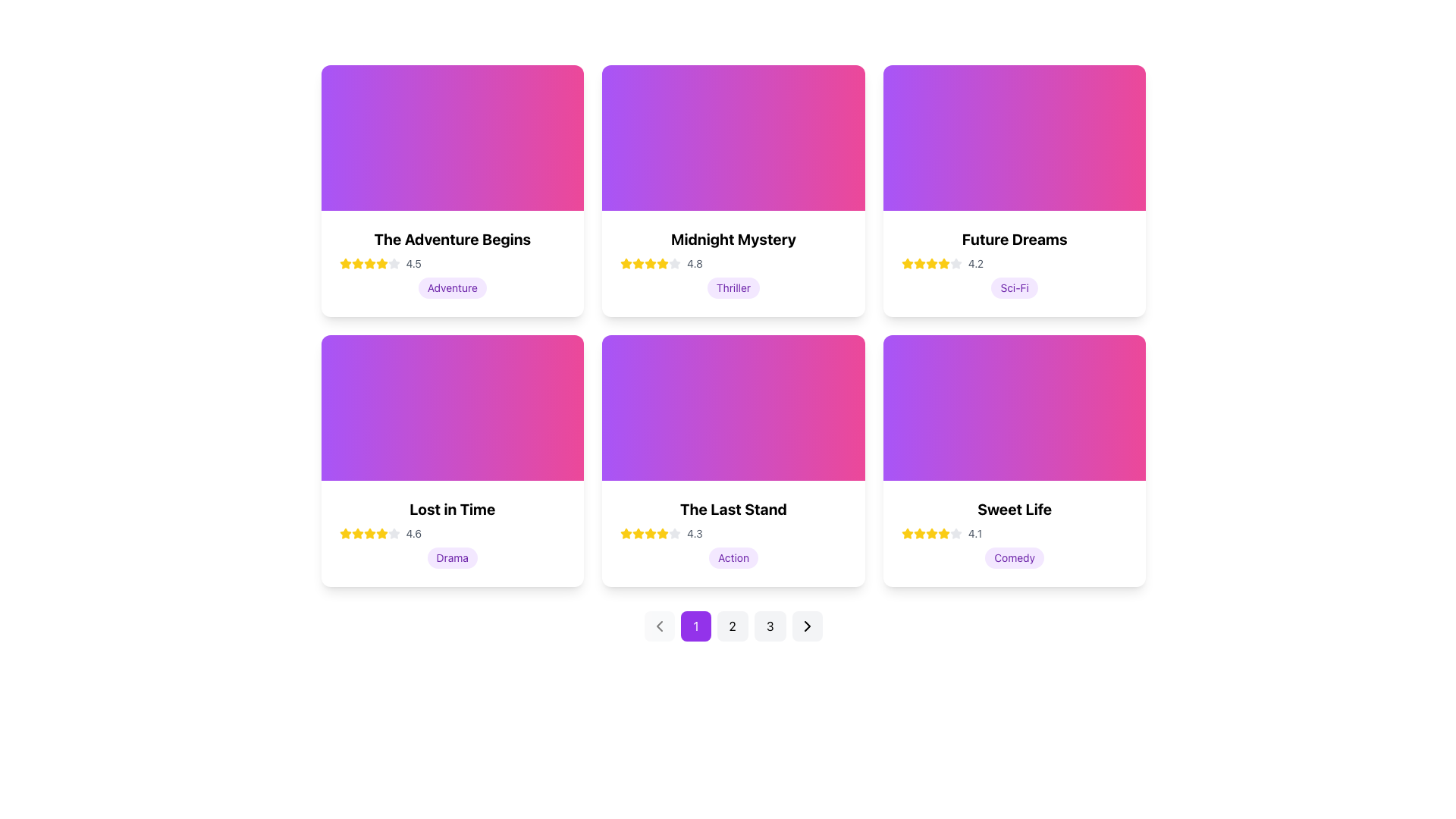 The width and height of the screenshot is (1456, 819). I want to click on the text display showing '4.6', which is positioned adjacent to the star icons in the lower central part of the card labeled 'Lost in Time', so click(413, 533).